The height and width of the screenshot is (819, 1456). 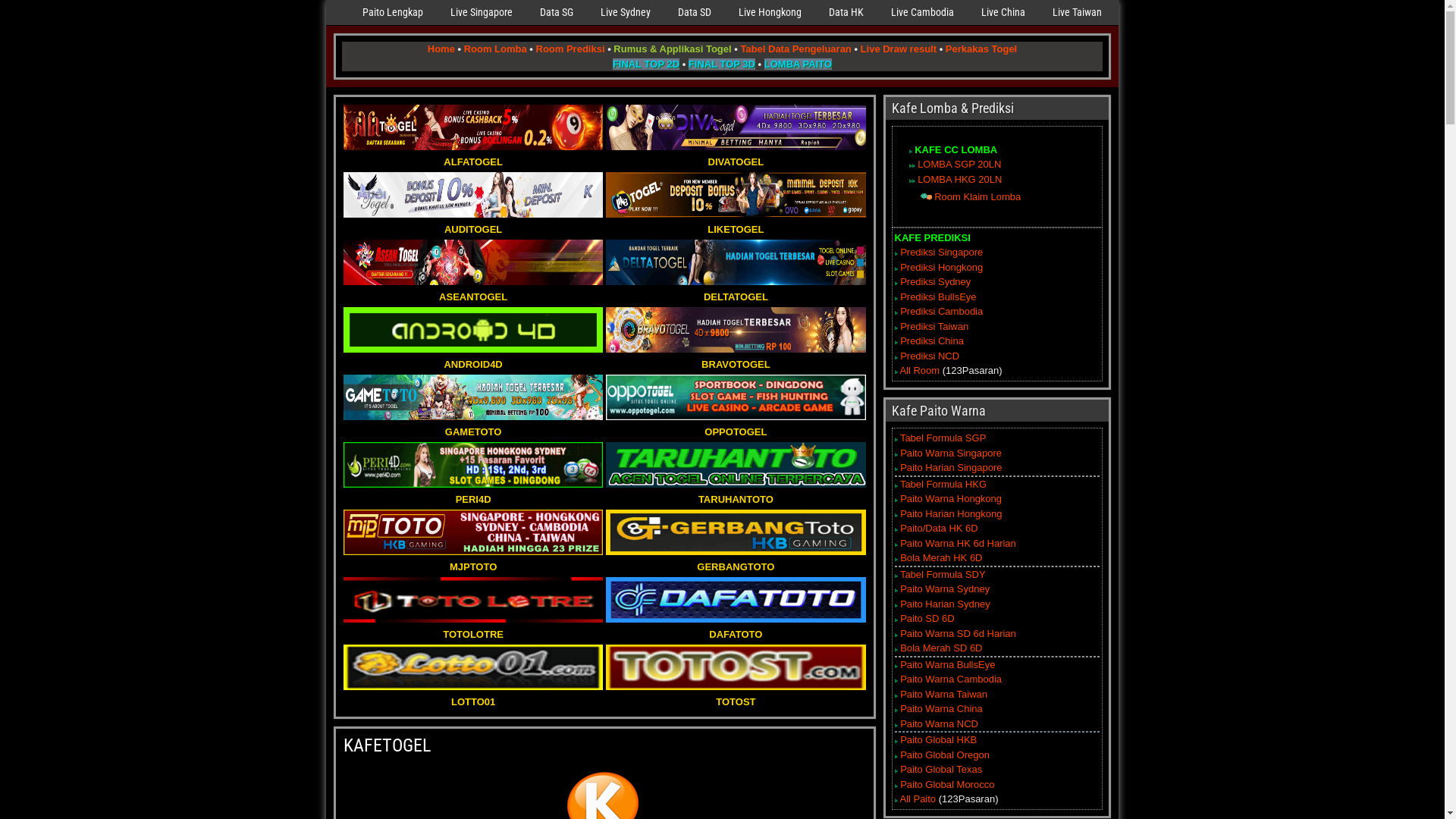 What do you see at coordinates (940, 310) in the screenshot?
I see `'Prediksi Cambodia'` at bounding box center [940, 310].